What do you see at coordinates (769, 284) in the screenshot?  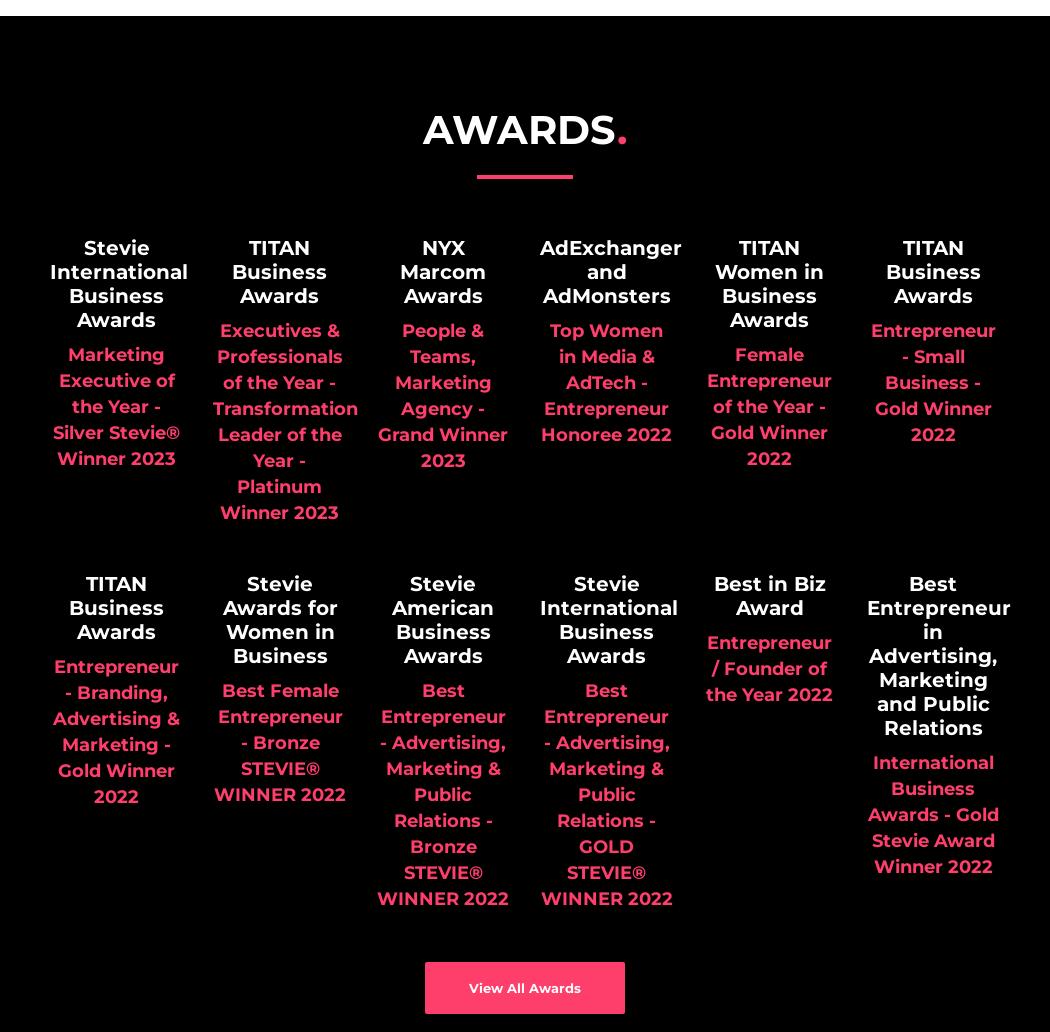 I see `'TITAN Women in Business Awards'` at bounding box center [769, 284].